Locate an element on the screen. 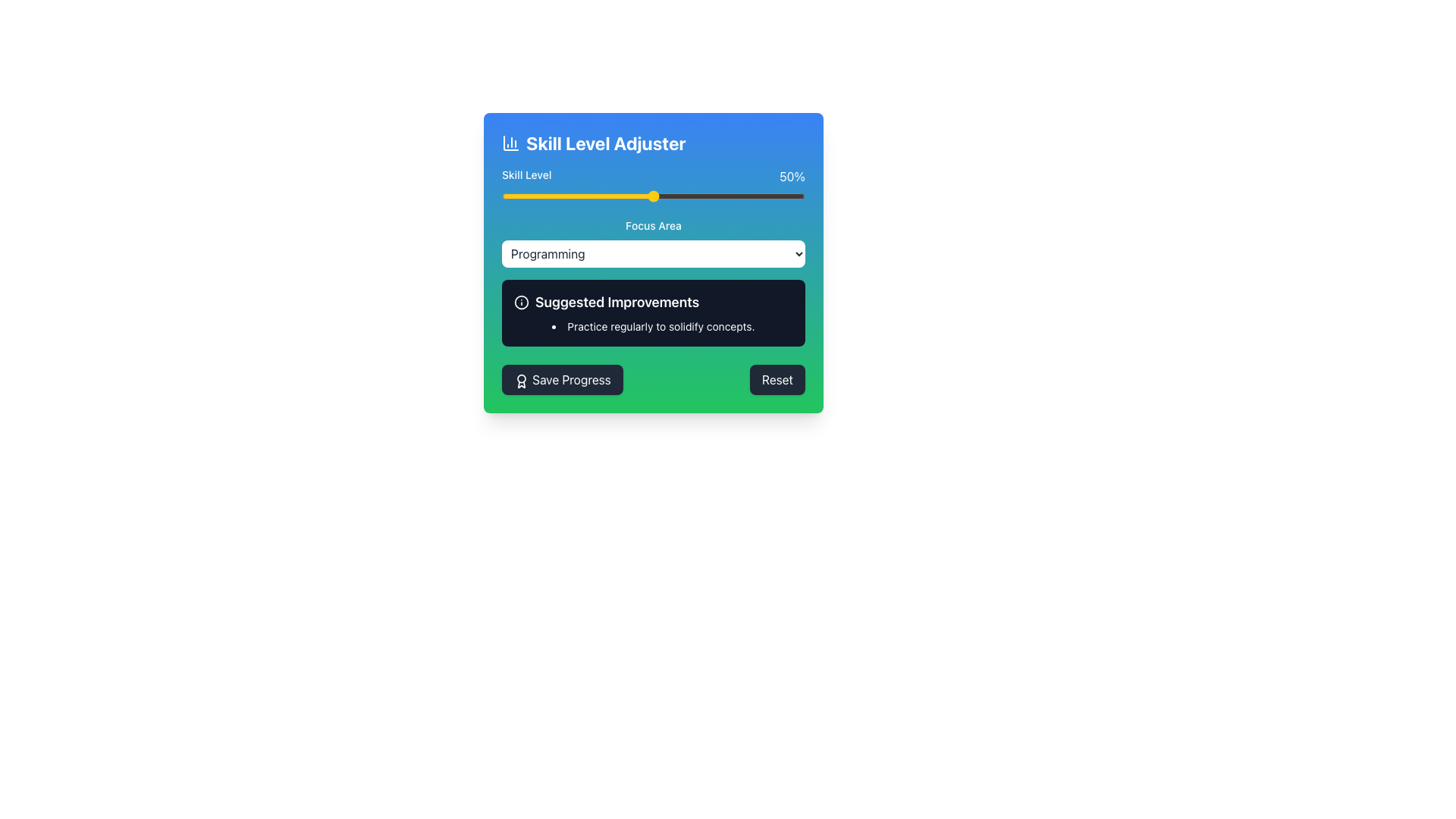  the slider is located at coordinates (686, 195).